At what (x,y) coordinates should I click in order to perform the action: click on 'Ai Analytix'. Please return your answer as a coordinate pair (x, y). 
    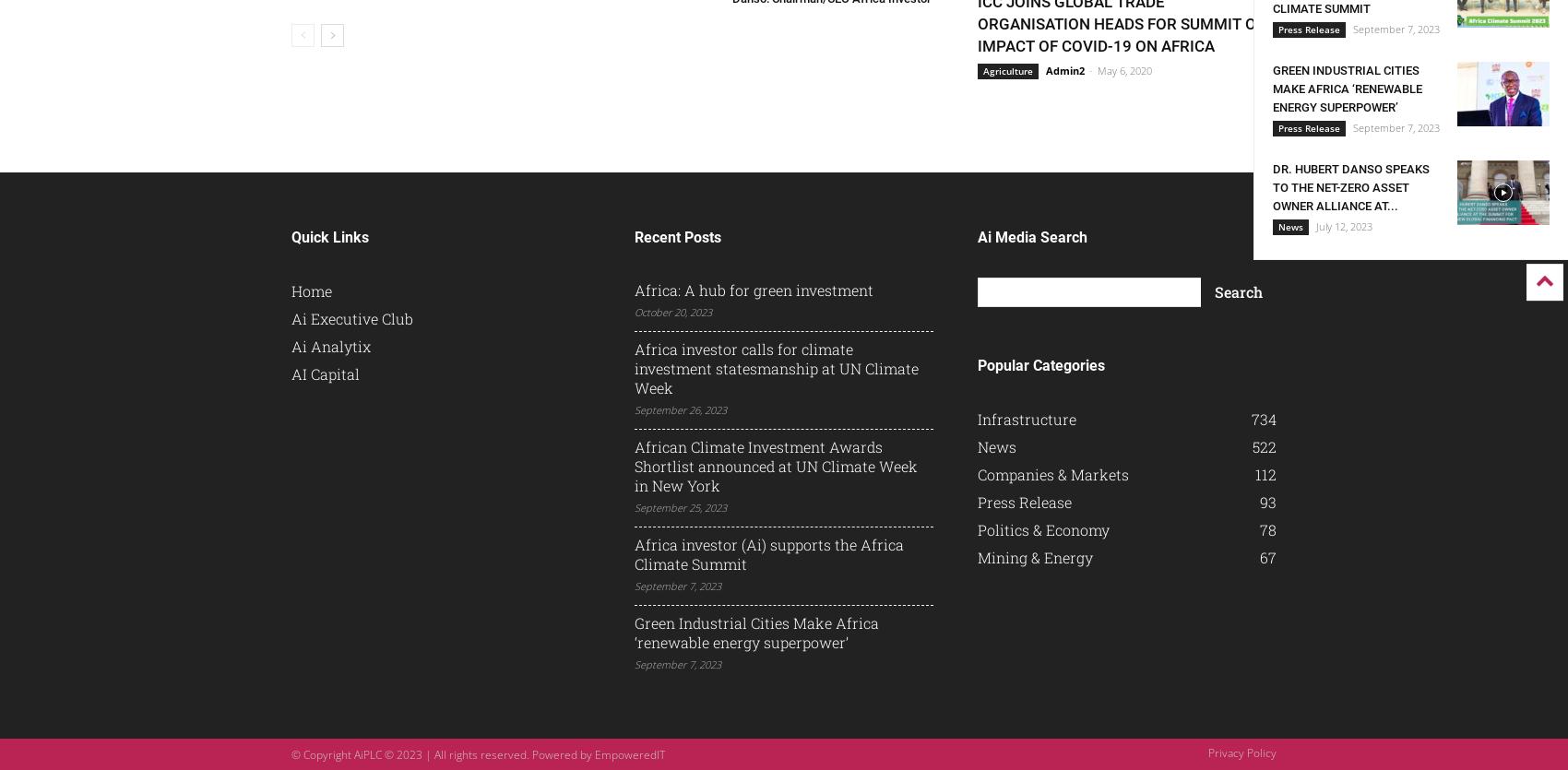
    Looking at the image, I should click on (330, 346).